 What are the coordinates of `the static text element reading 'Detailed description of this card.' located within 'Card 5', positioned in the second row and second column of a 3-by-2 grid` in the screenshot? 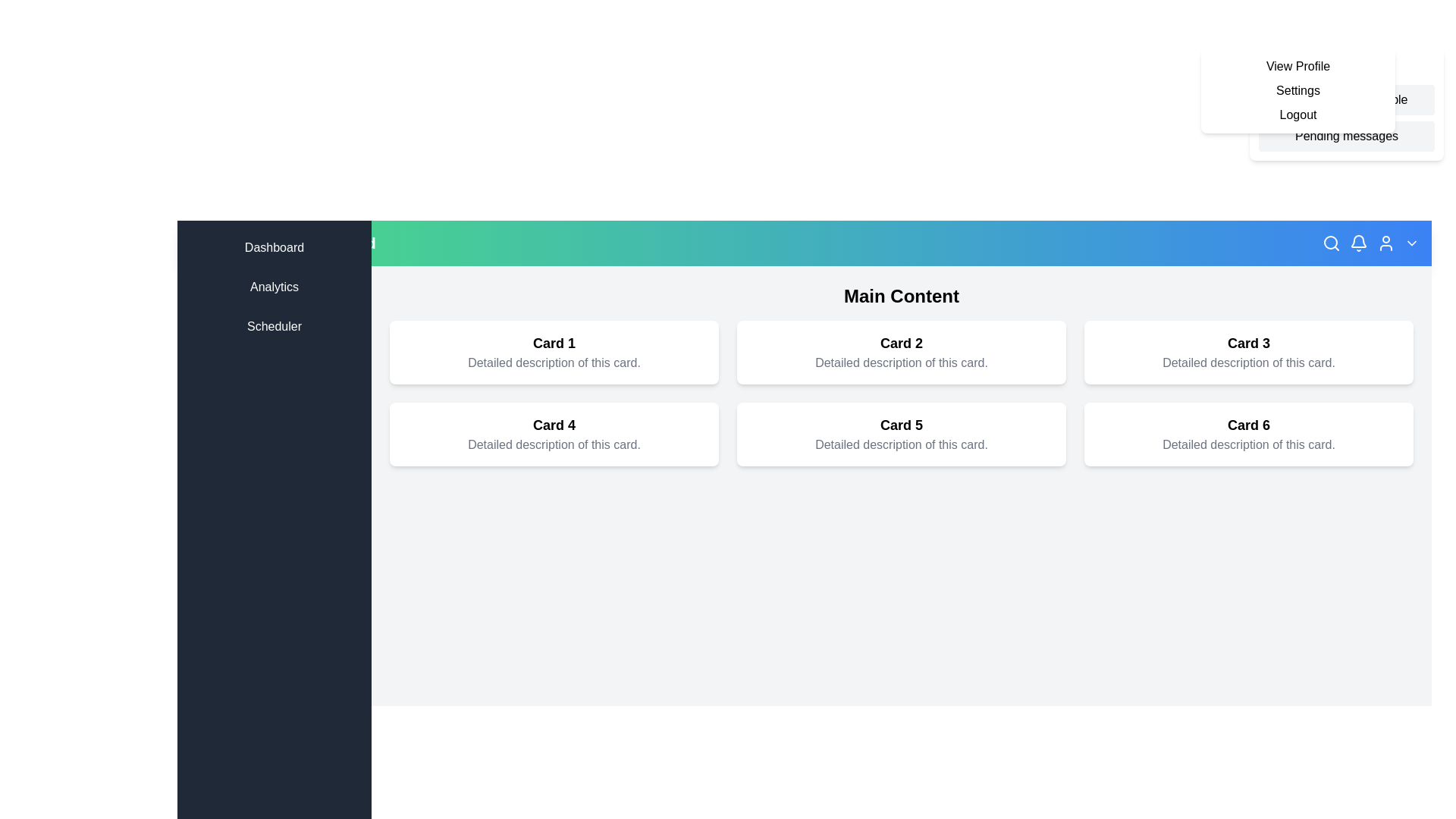 It's located at (902, 444).